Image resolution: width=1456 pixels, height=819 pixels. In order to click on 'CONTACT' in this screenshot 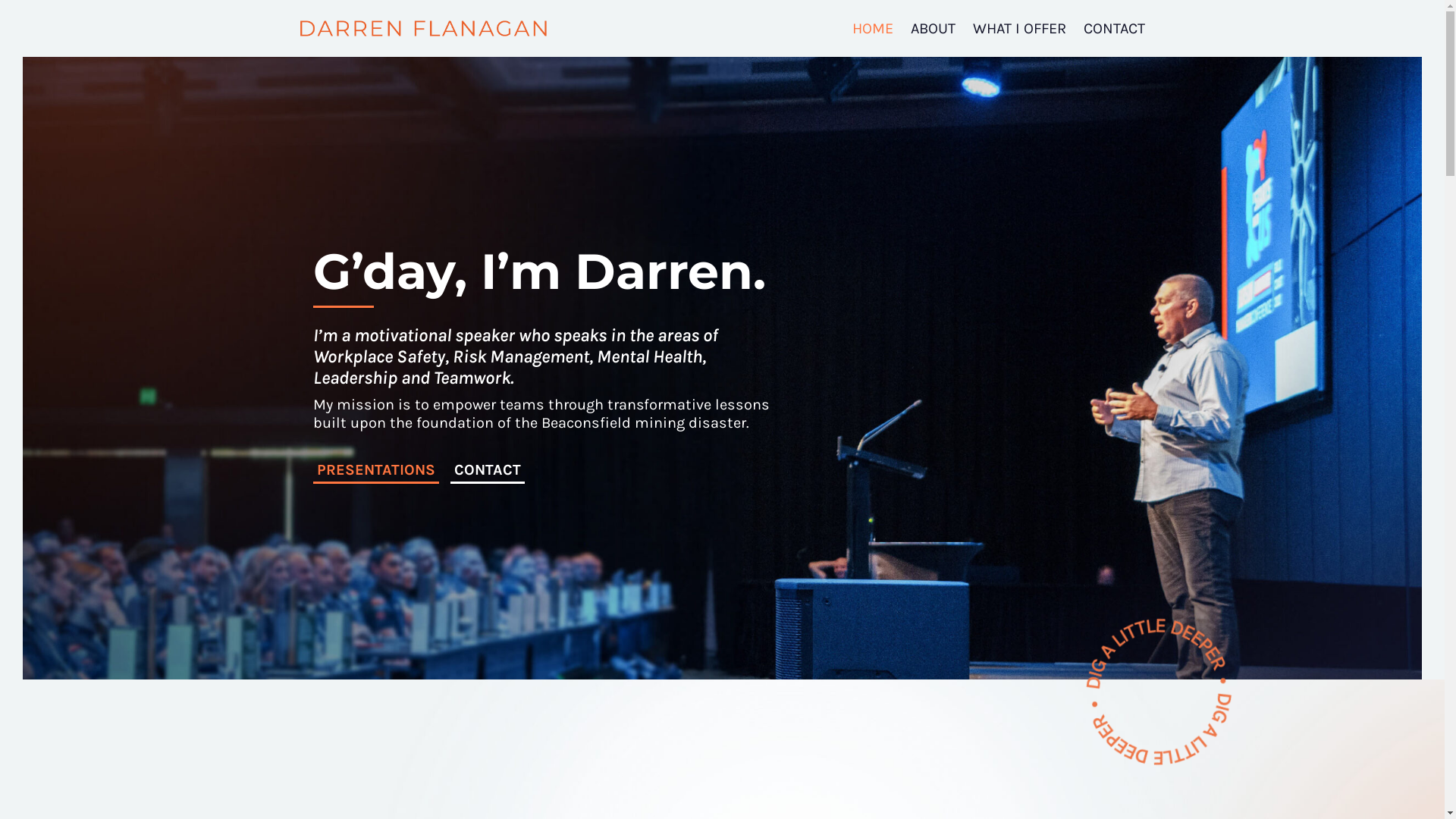, I will do `click(488, 470)`.